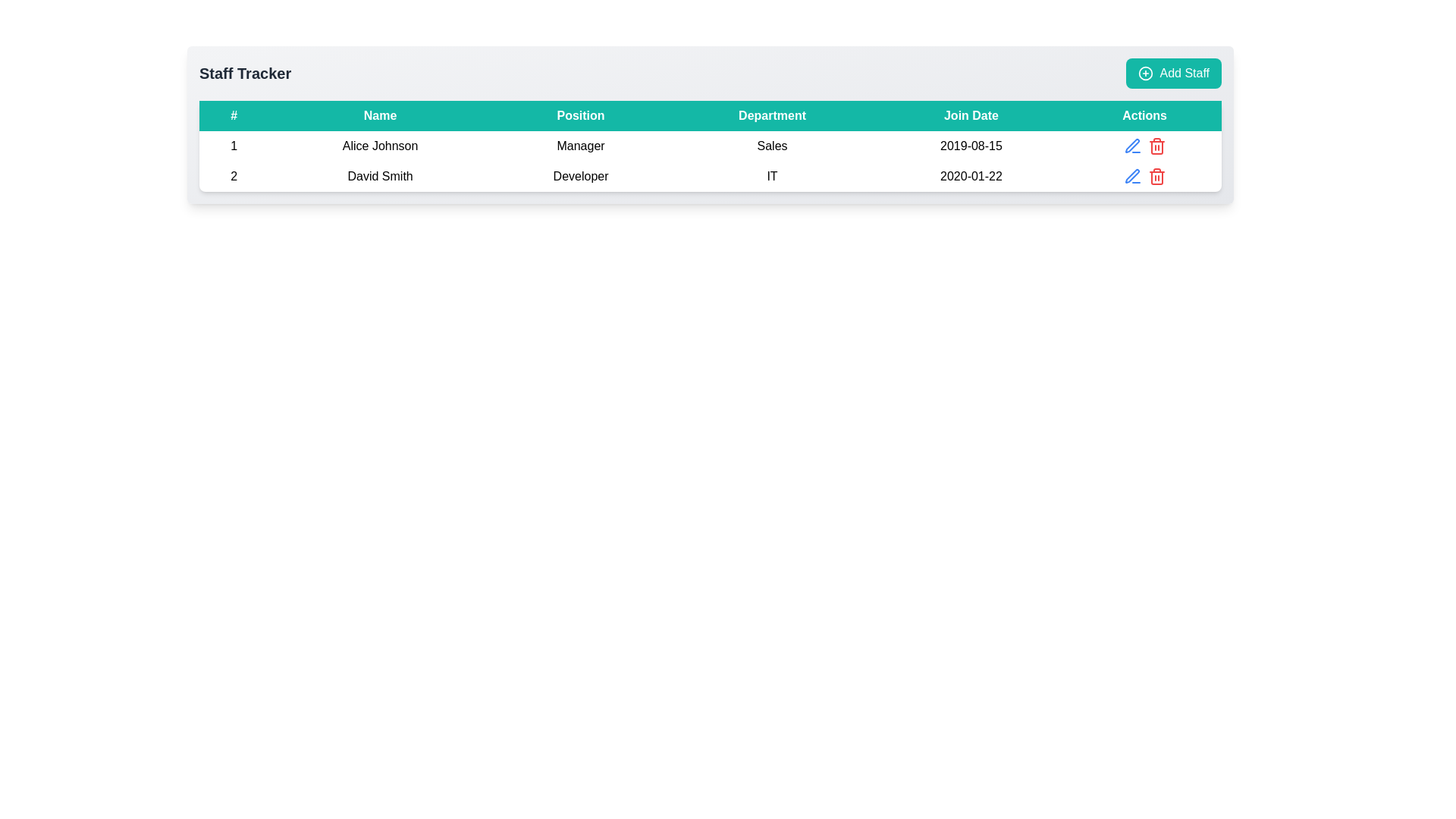 Image resolution: width=1456 pixels, height=819 pixels. I want to click on the blue pen icon in the 'Actions' column of the second row of the data table for the 'David Smith' entry, so click(1132, 146).